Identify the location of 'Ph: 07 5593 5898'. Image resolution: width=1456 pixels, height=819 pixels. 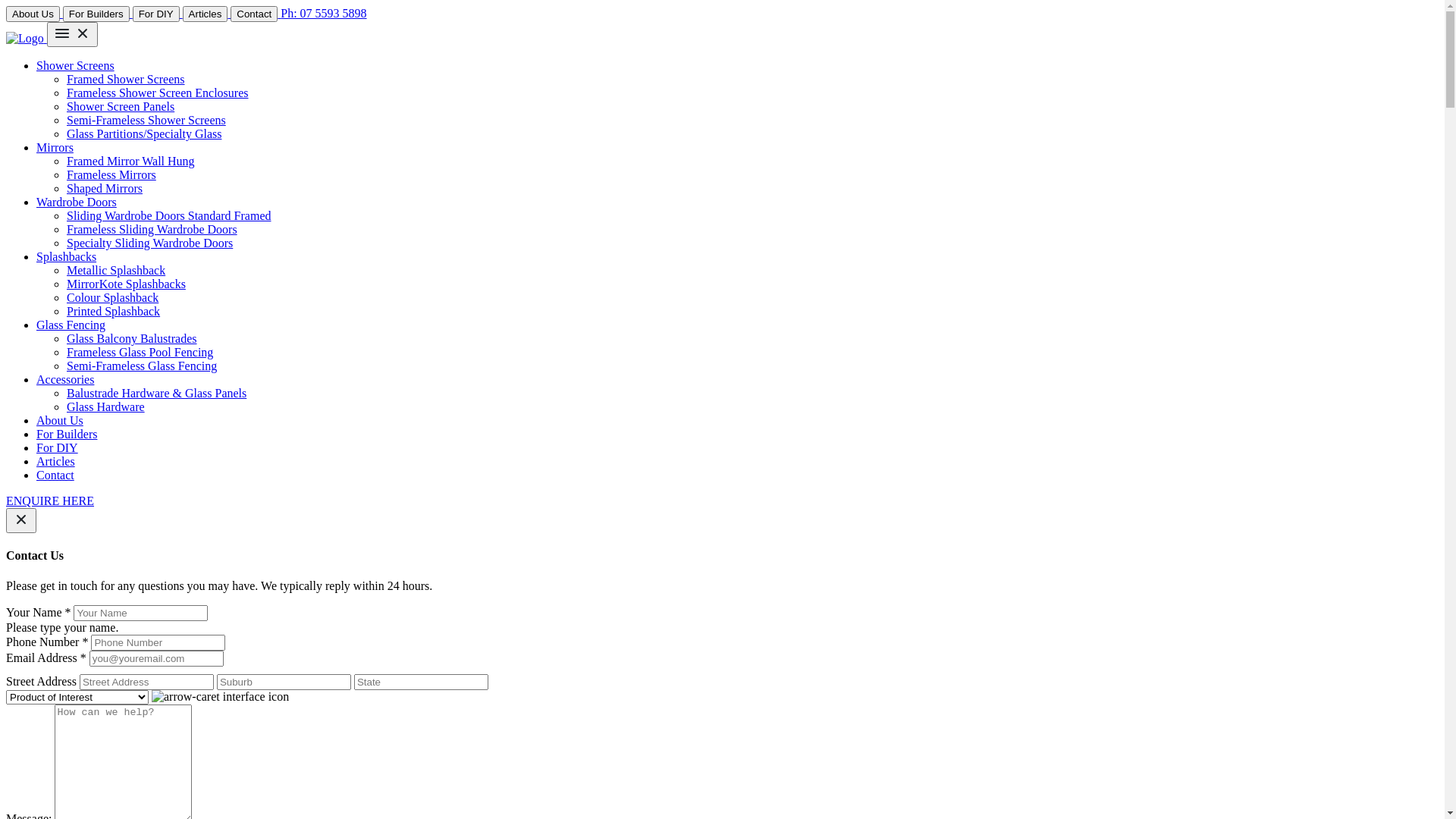
(322, 13).